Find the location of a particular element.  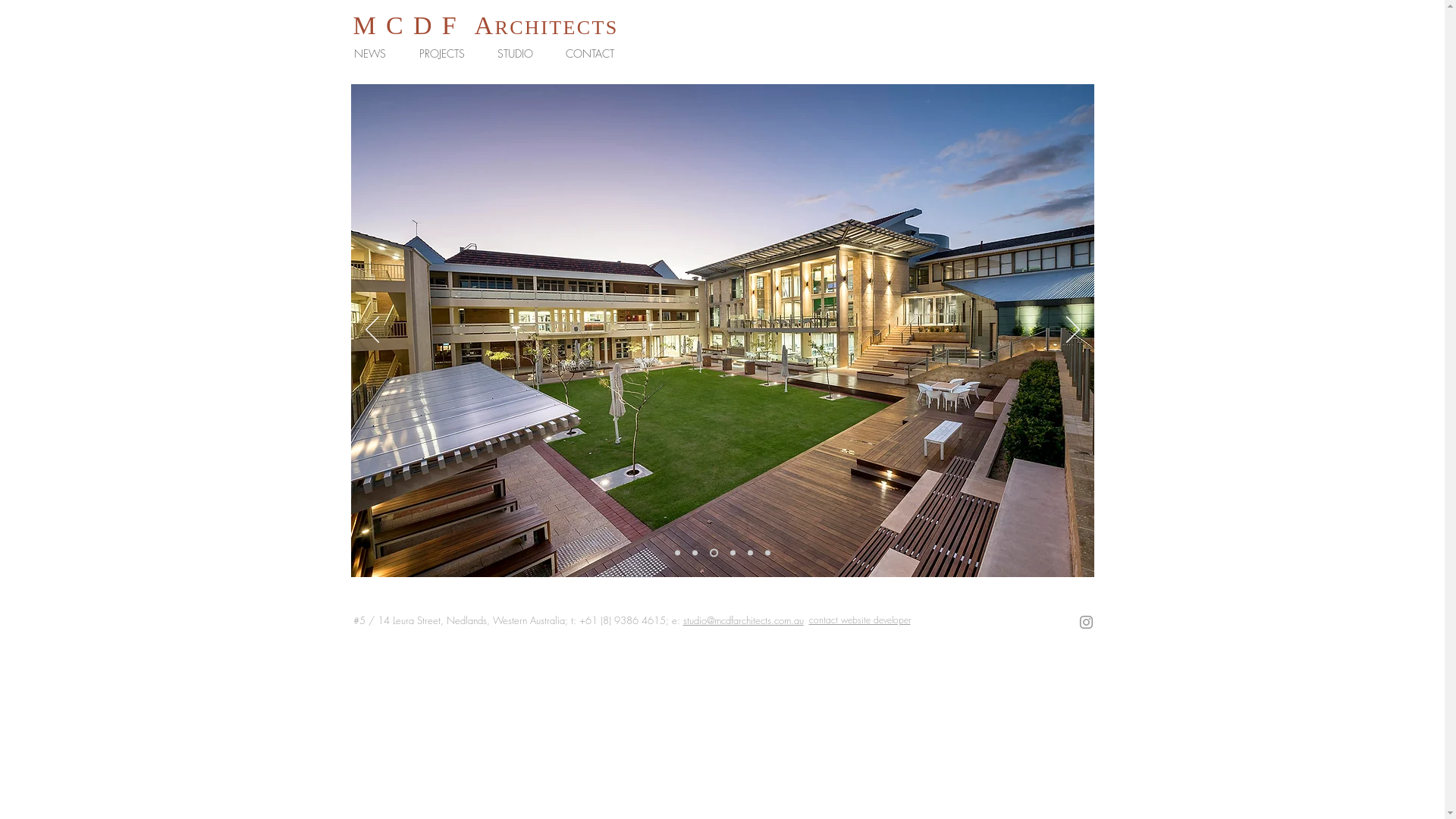

'RCHITECTS' is located at coordinates (555, 27).